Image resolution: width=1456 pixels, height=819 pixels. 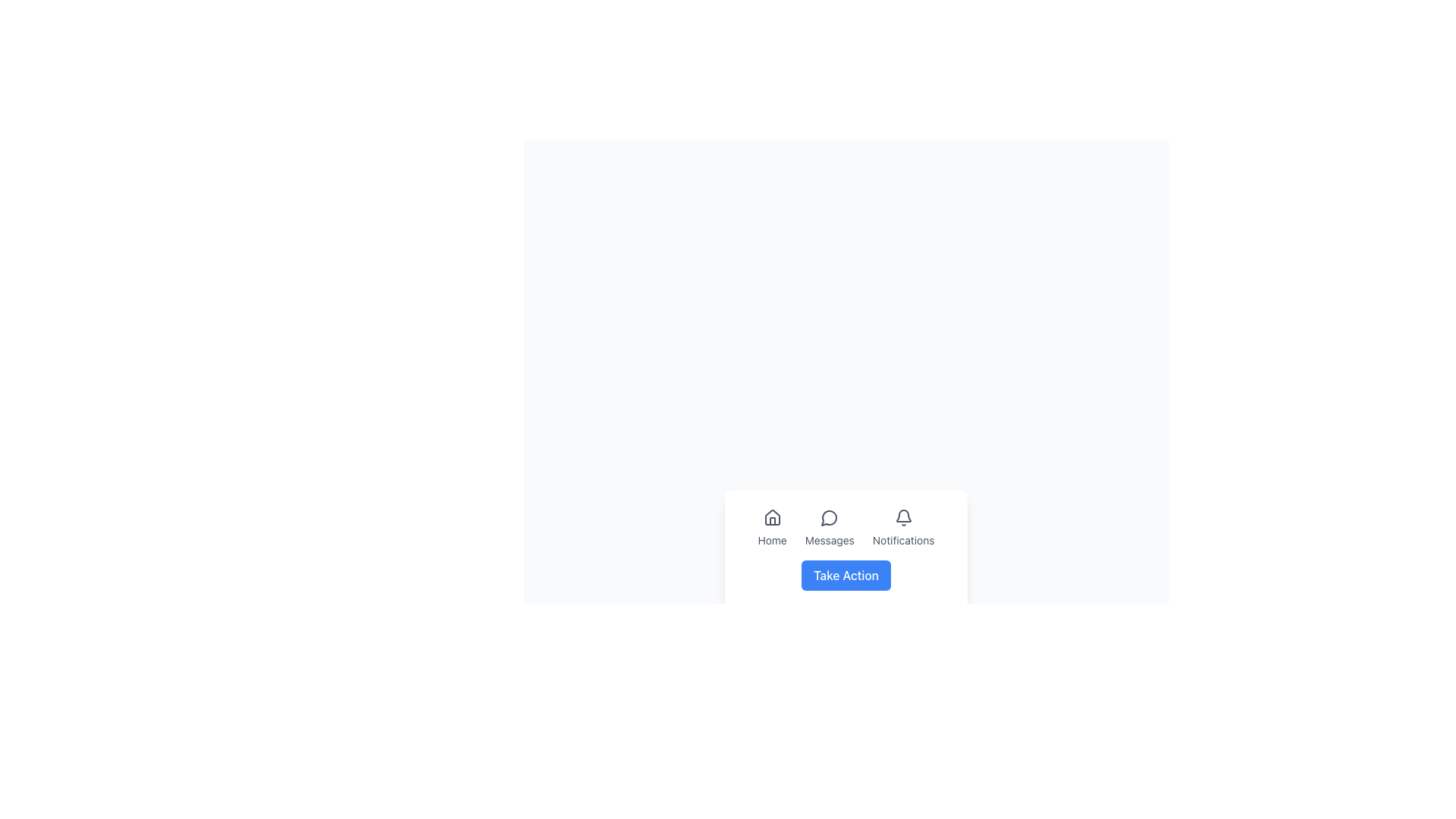 What do you see at coordinates (846, 576) in the screenshot?
I see `the 'Take Action' button` at bounding box center [846, 576].